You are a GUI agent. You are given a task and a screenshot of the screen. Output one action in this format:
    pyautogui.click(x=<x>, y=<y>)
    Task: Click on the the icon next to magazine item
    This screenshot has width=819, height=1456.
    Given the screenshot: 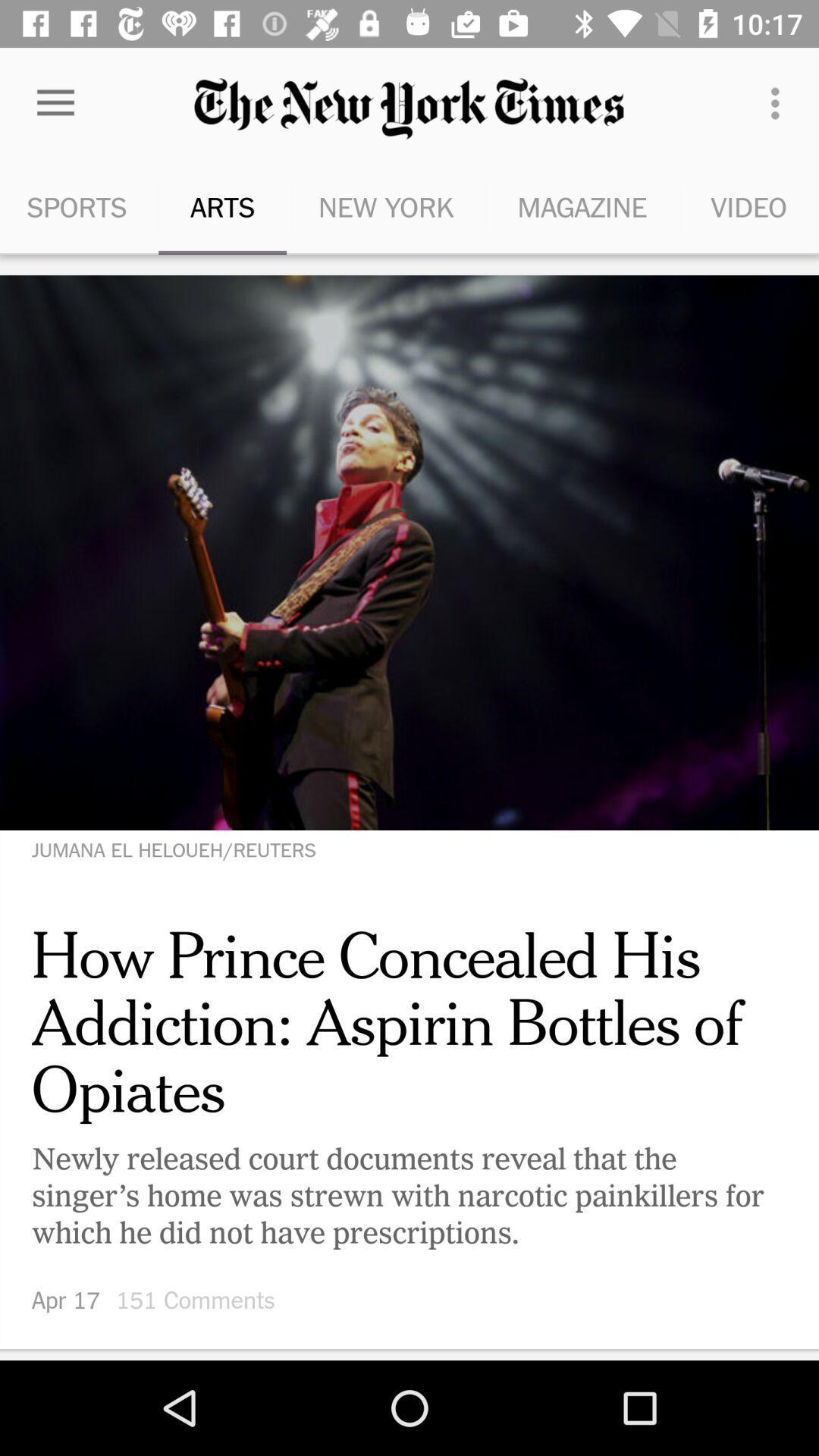 What is the action you would take?
    pyautogui.click(x=385, y=206)
    